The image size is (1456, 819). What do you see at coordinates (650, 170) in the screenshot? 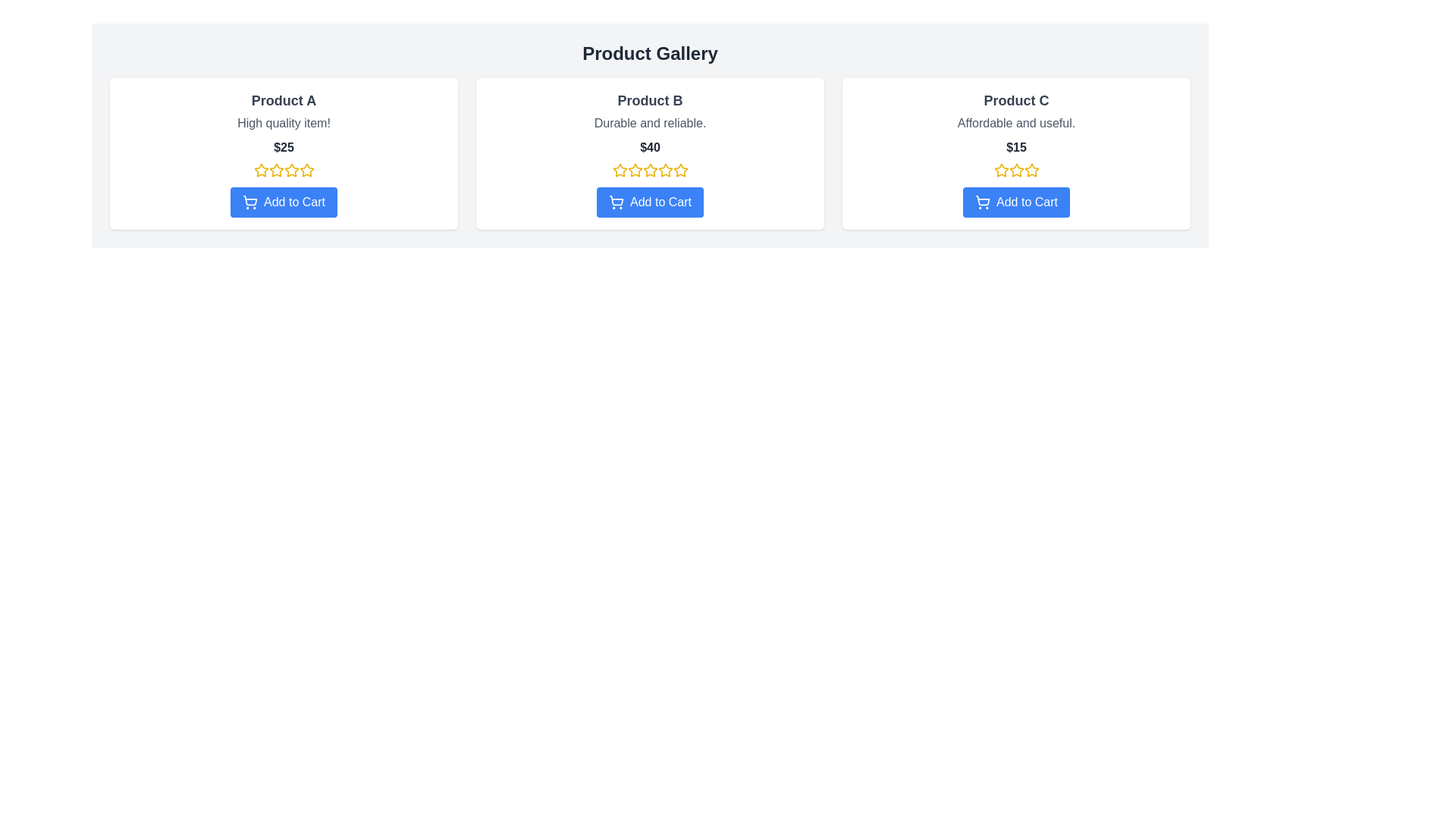
I see `the fourth star icon representing the rating system located under the 'Product Gallery' section for 'Product B'` at bounding box center [650, 170].